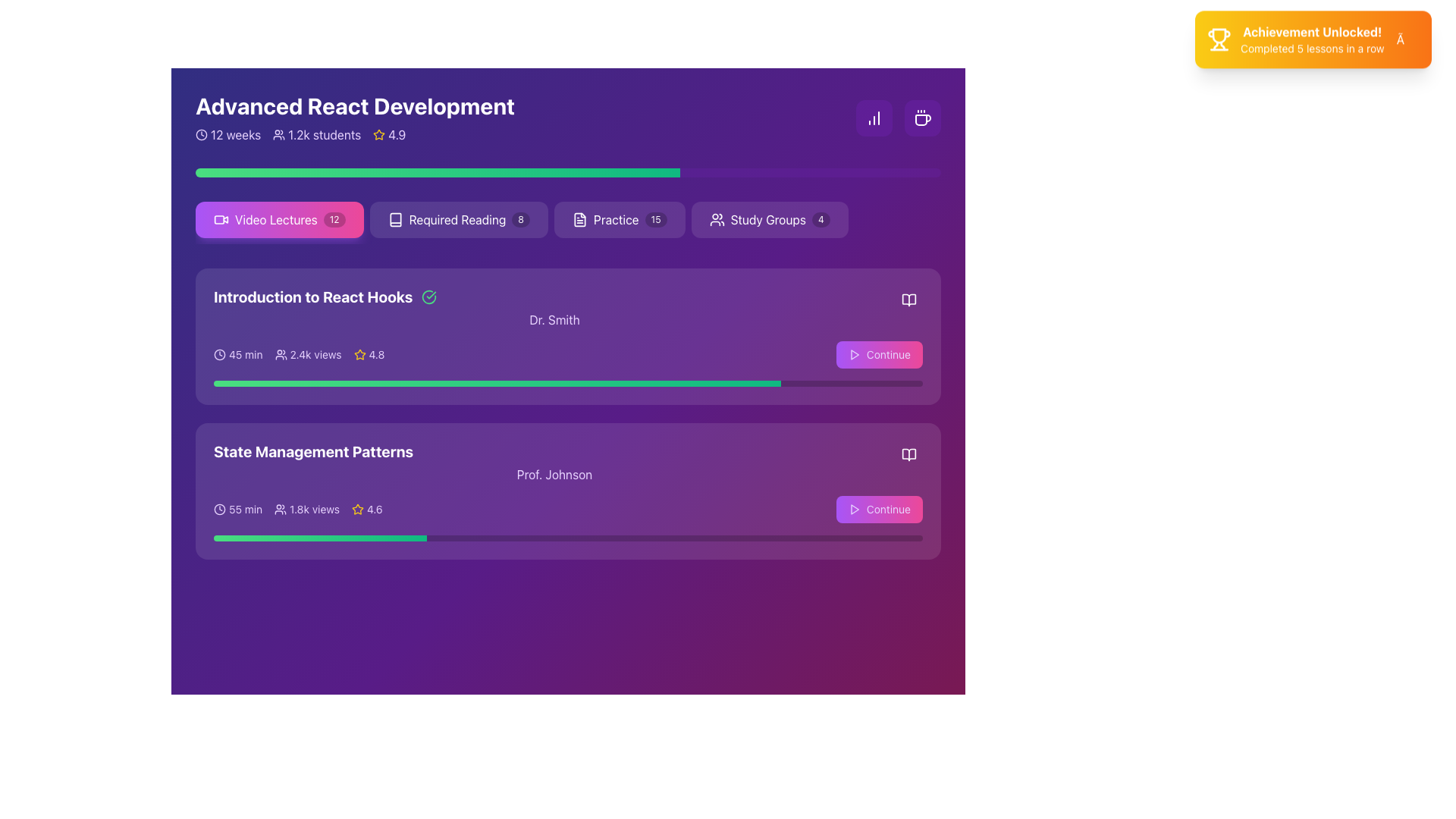 This screenshot has height=819, width=1456. I want to click on the 'Video Lectures' button, which is a rectangular button with a gradient background from purple to pink, featuring a white video camera icon on the left and the text 'Video Lectures' in bold white font in the center, so click(279, 219).